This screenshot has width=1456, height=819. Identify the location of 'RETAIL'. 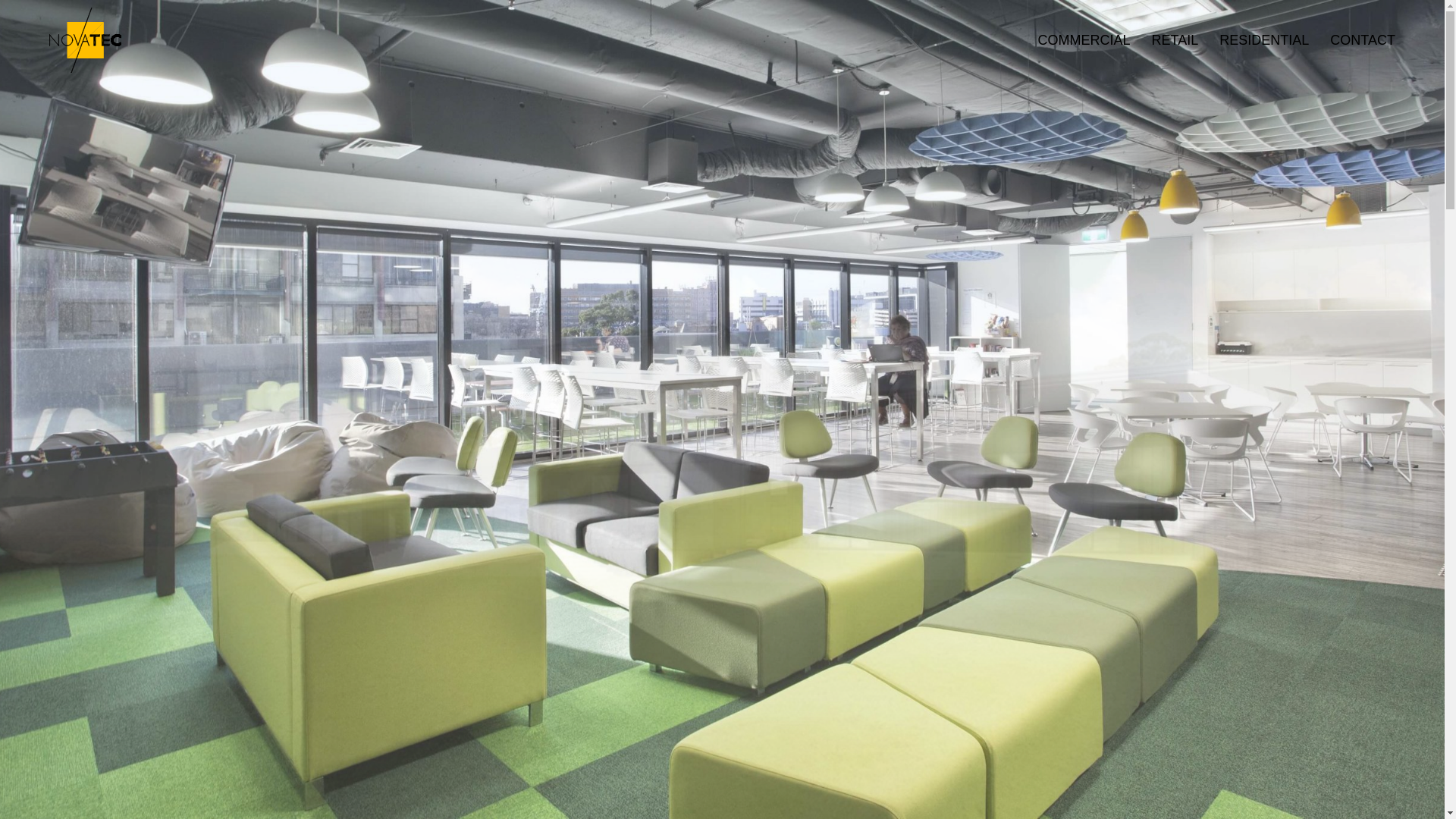
(1164, 39).